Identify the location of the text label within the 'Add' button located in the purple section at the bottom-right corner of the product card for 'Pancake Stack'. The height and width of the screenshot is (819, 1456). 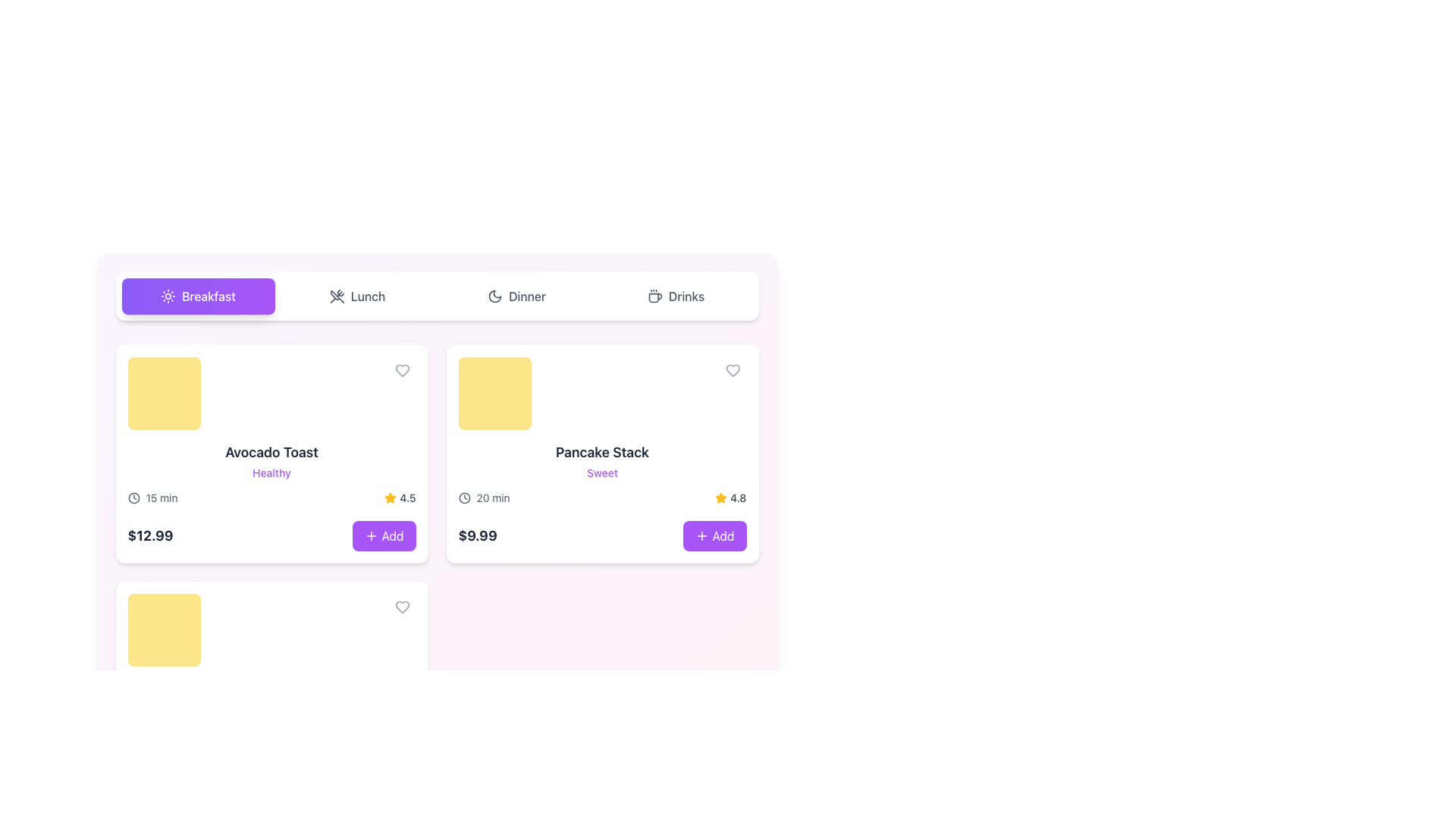
(723, 535).